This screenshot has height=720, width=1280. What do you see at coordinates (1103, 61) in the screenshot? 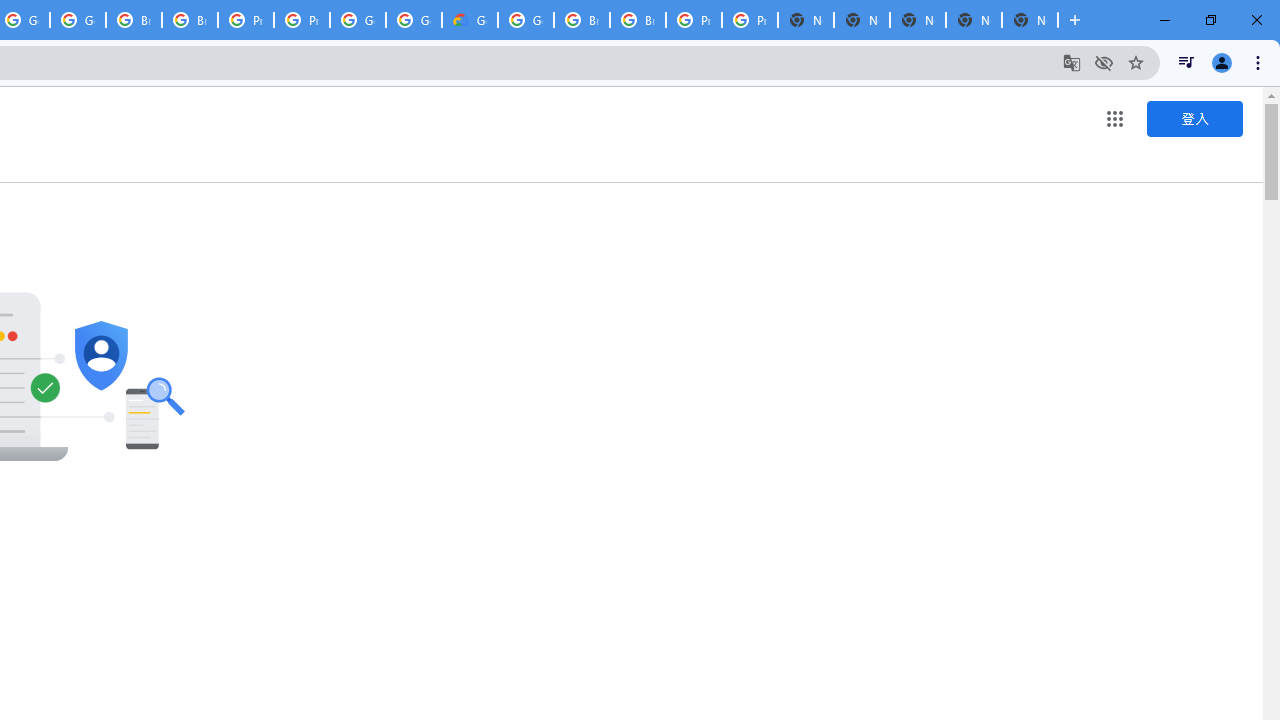
I see `'Third-party cookies blocked'` at bounding box center [1103, 61].